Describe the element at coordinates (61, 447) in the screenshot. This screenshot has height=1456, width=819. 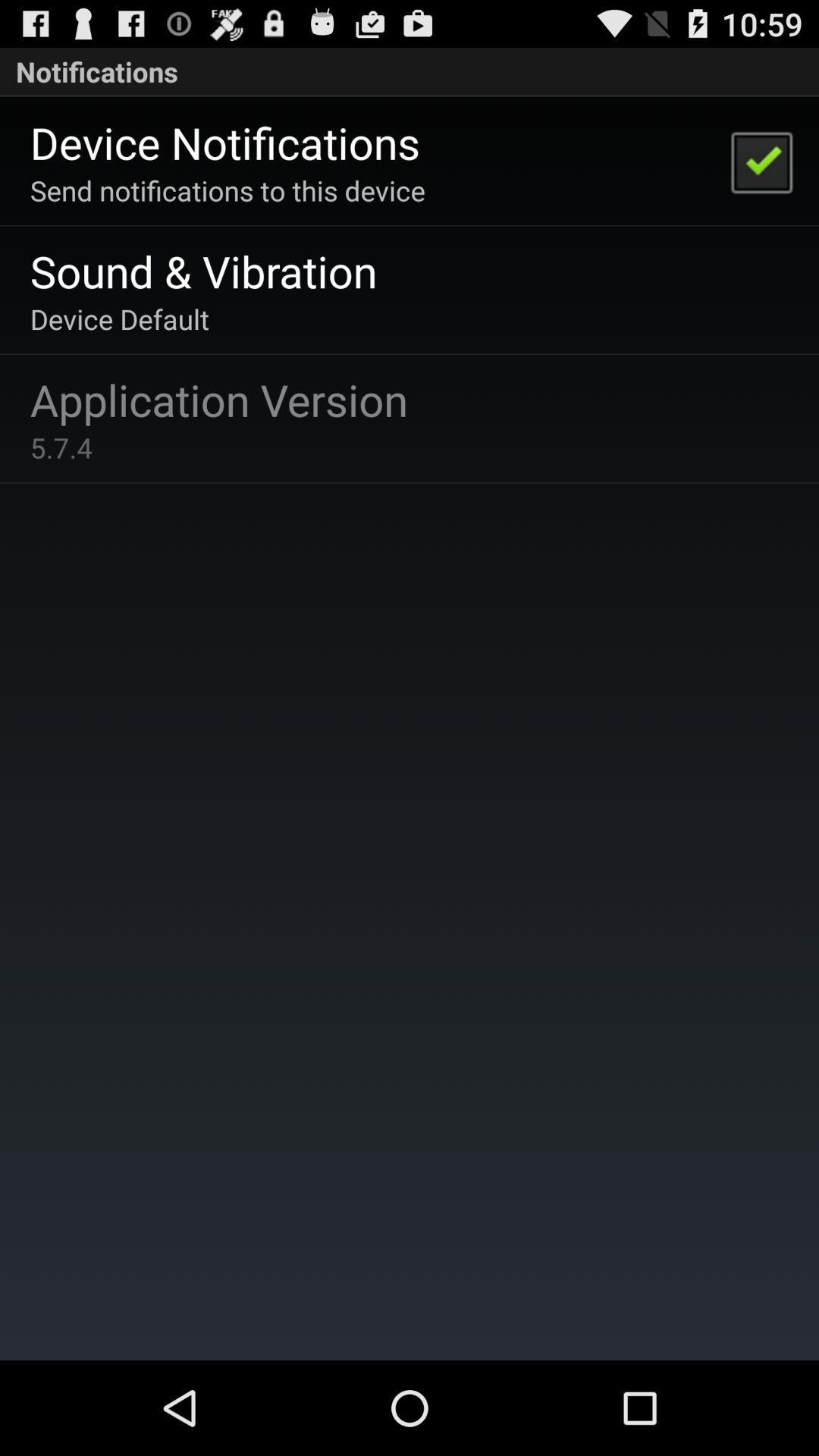
I see `5.7.4 icon` at that location.